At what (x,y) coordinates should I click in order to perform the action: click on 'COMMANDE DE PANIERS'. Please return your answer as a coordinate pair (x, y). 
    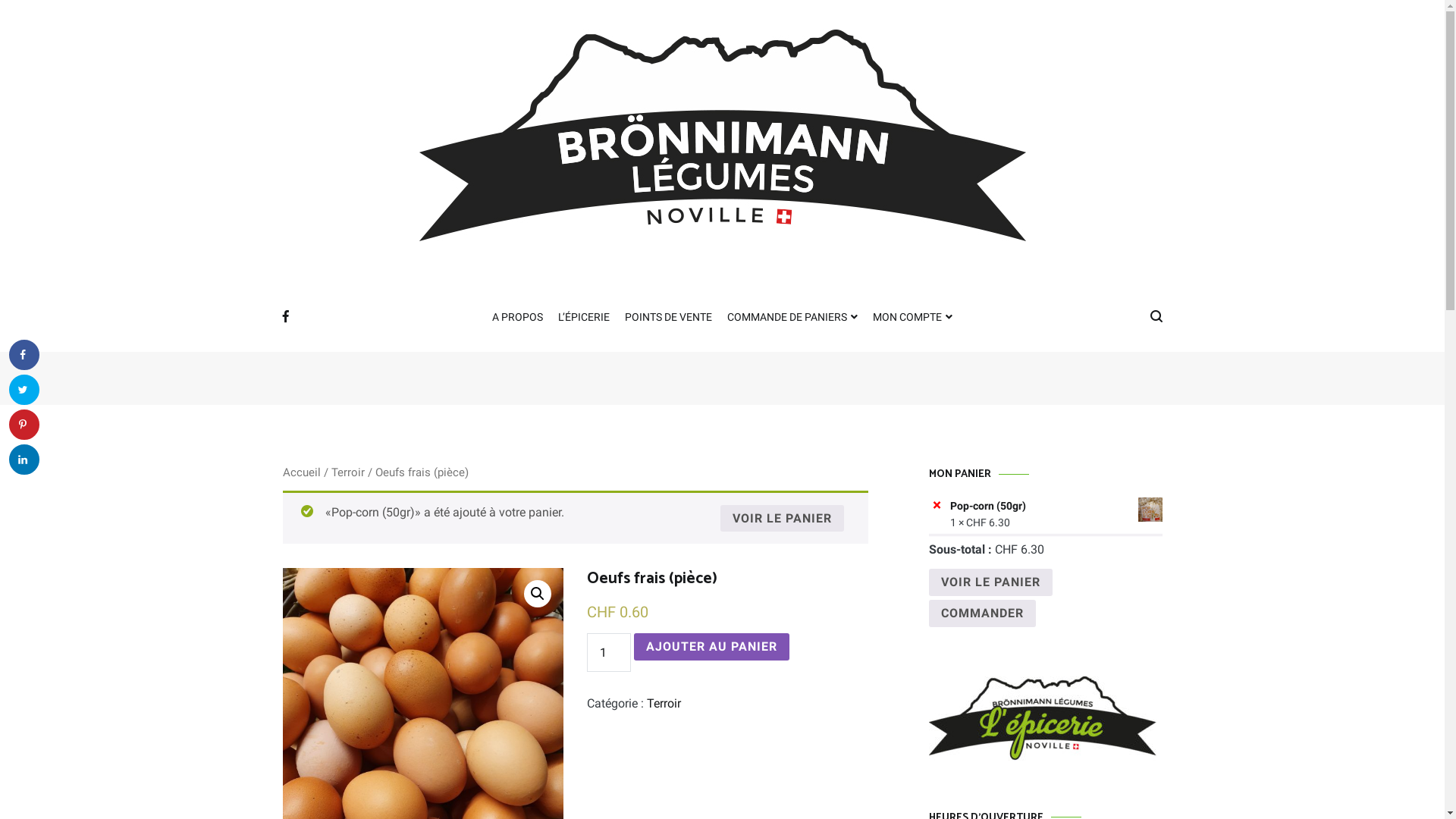
    Looking at the image, I should click on (792, 317).